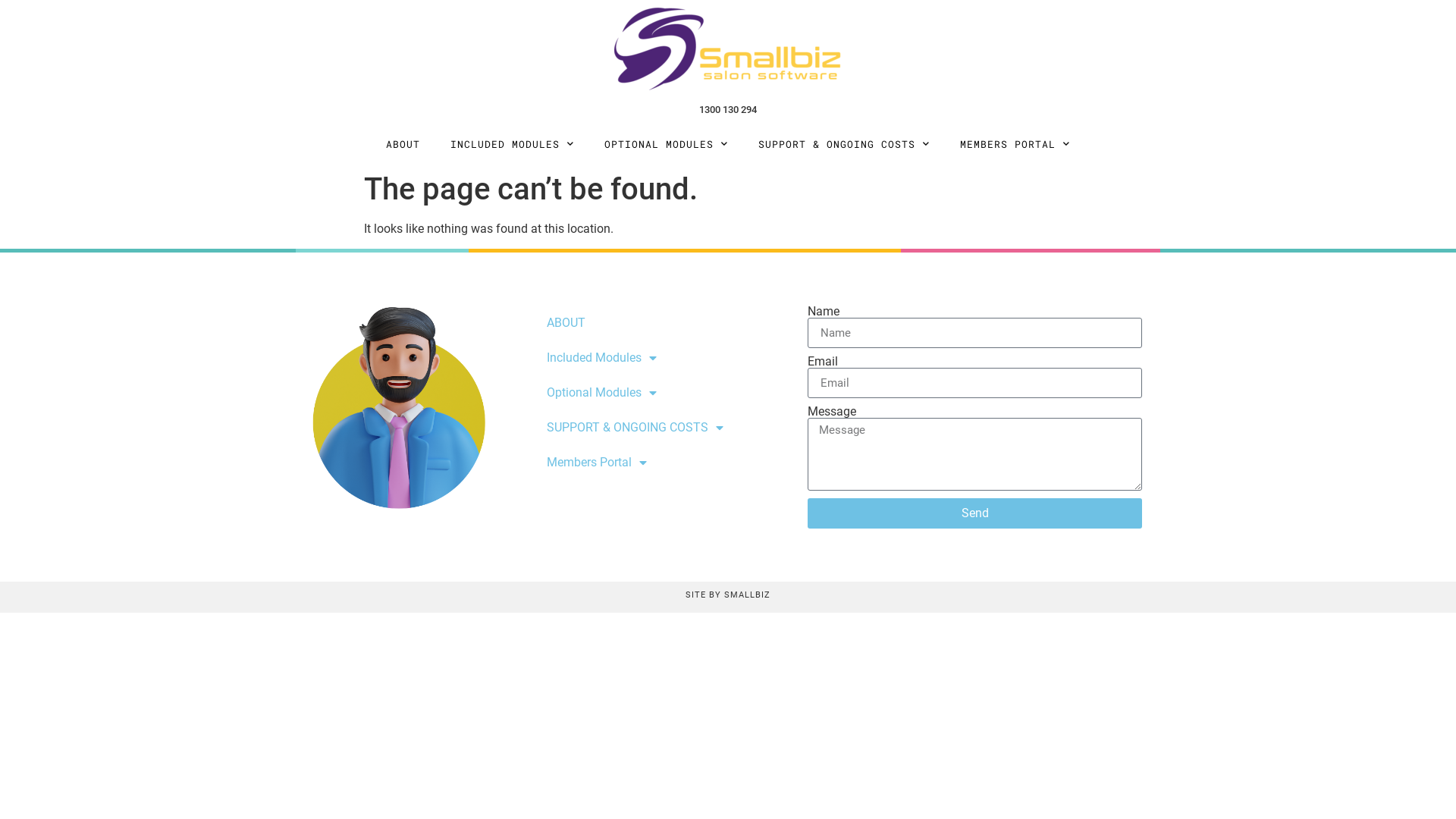 The width and height of the screenshot is (1456, 819). What do you see at coordinates (974, 513) in the screenshot?
I see `'Send'` at bounding box center [974, 513].